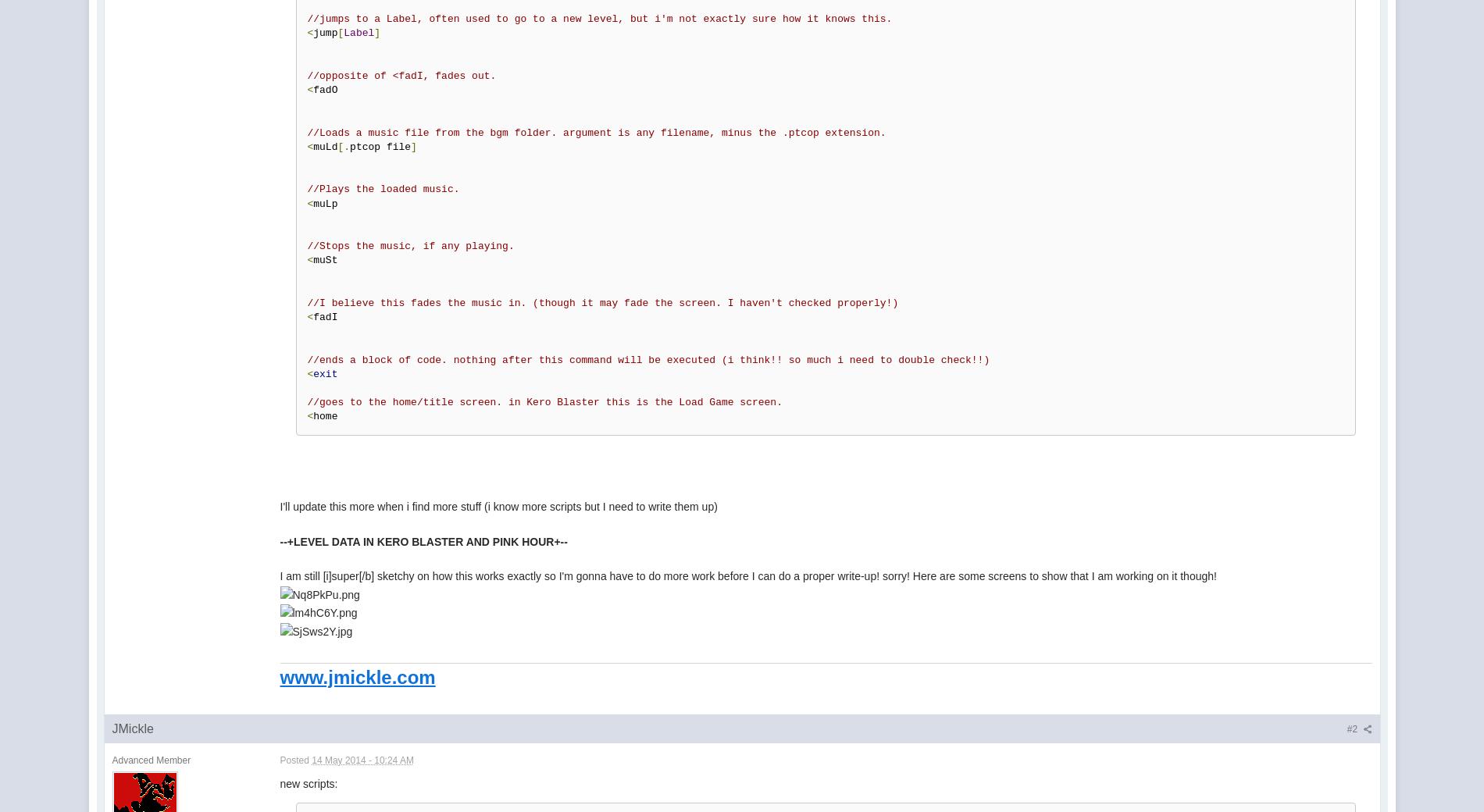 Image resolution: width=1484 pixels, height=812 pixels. What do you see at coordinates (112, 728) in the screenshot?
I see `'JMickle'` at bounding box center [112, 728].